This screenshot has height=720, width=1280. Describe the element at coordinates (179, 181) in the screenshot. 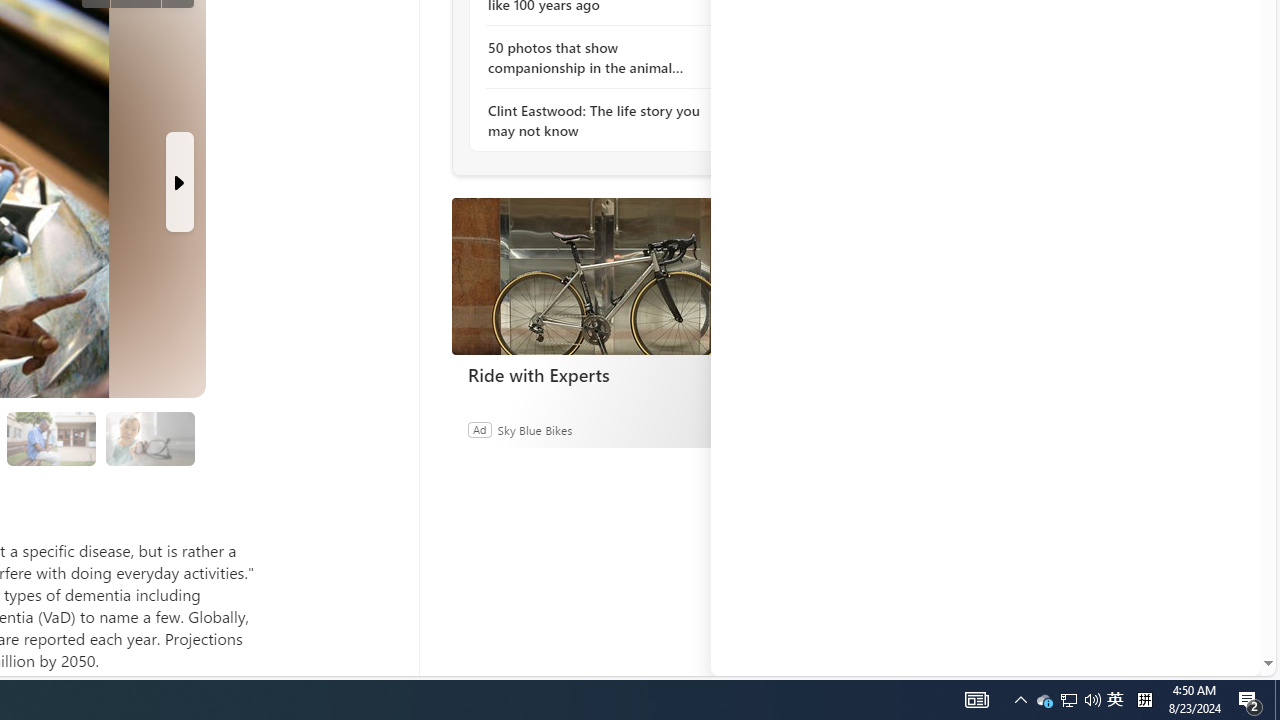

I see `'Next Slide'` at that location.